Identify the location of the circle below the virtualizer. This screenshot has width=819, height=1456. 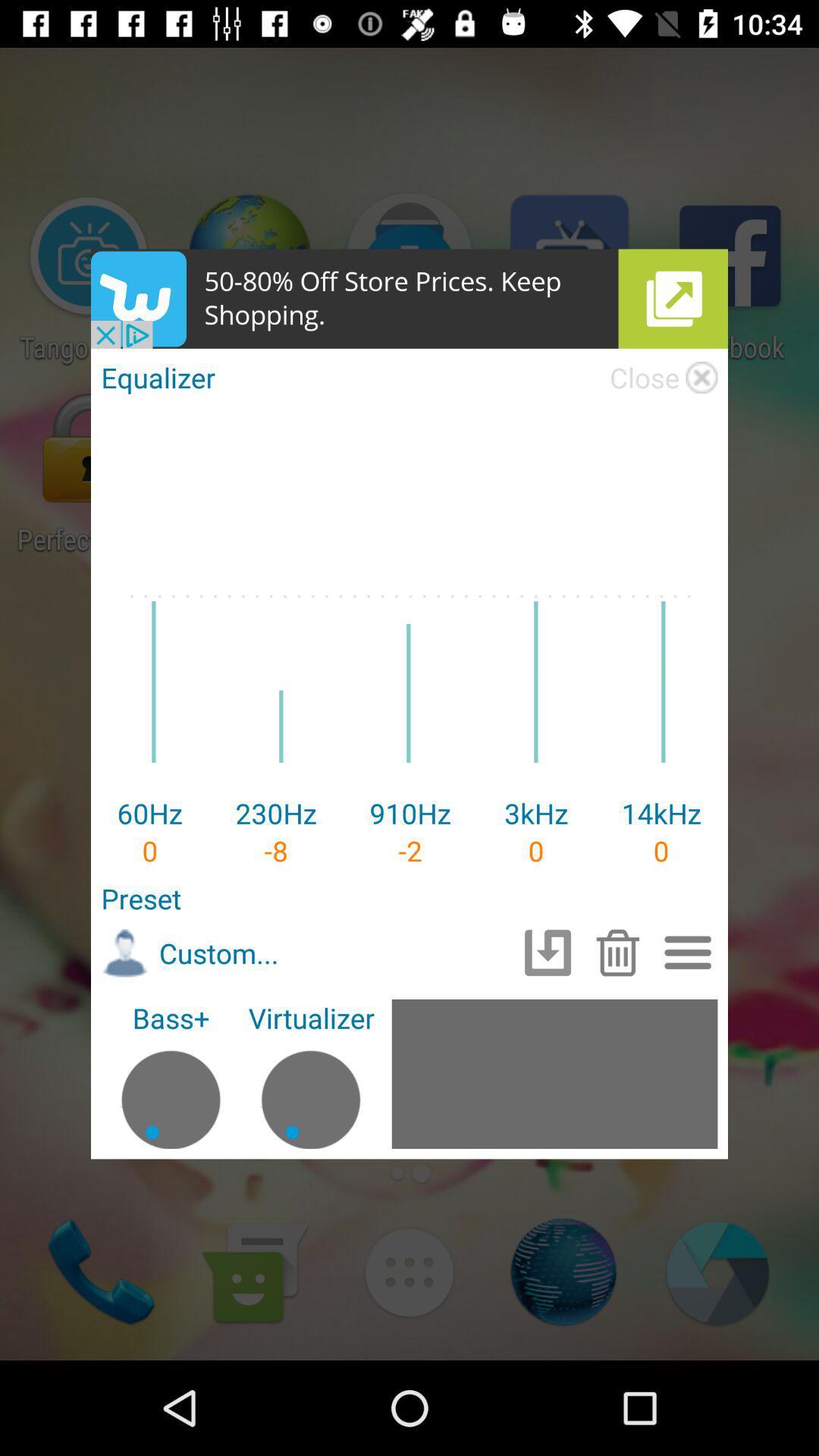
(310, 1092).